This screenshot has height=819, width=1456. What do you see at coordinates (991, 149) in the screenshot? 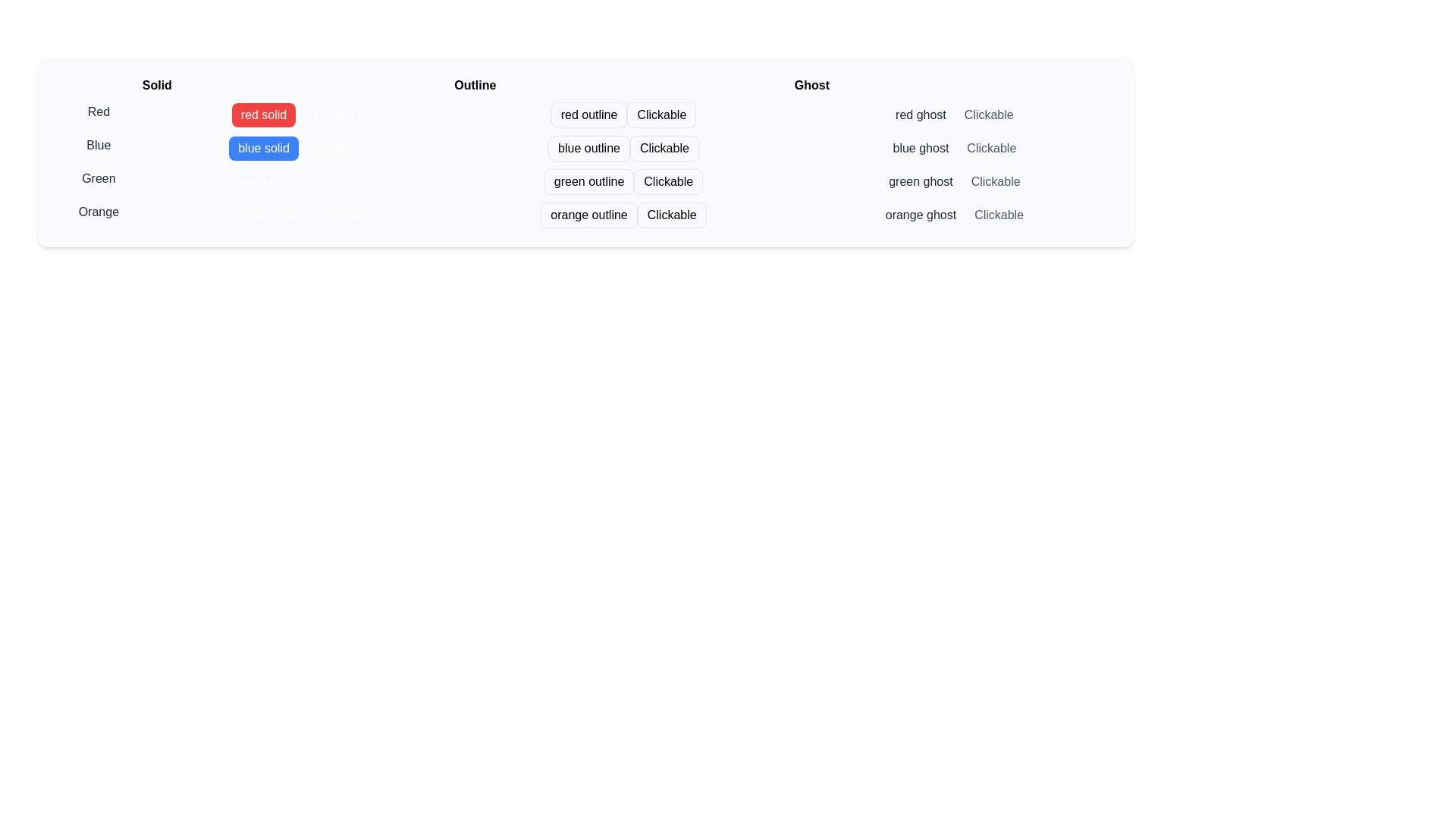
I see `the text label reading 'Clickable' which is styled with a light gray color and located in the 'Ghost' category, specifically to the right of the 'blue ghost' label` at bounding box center [991, 149].